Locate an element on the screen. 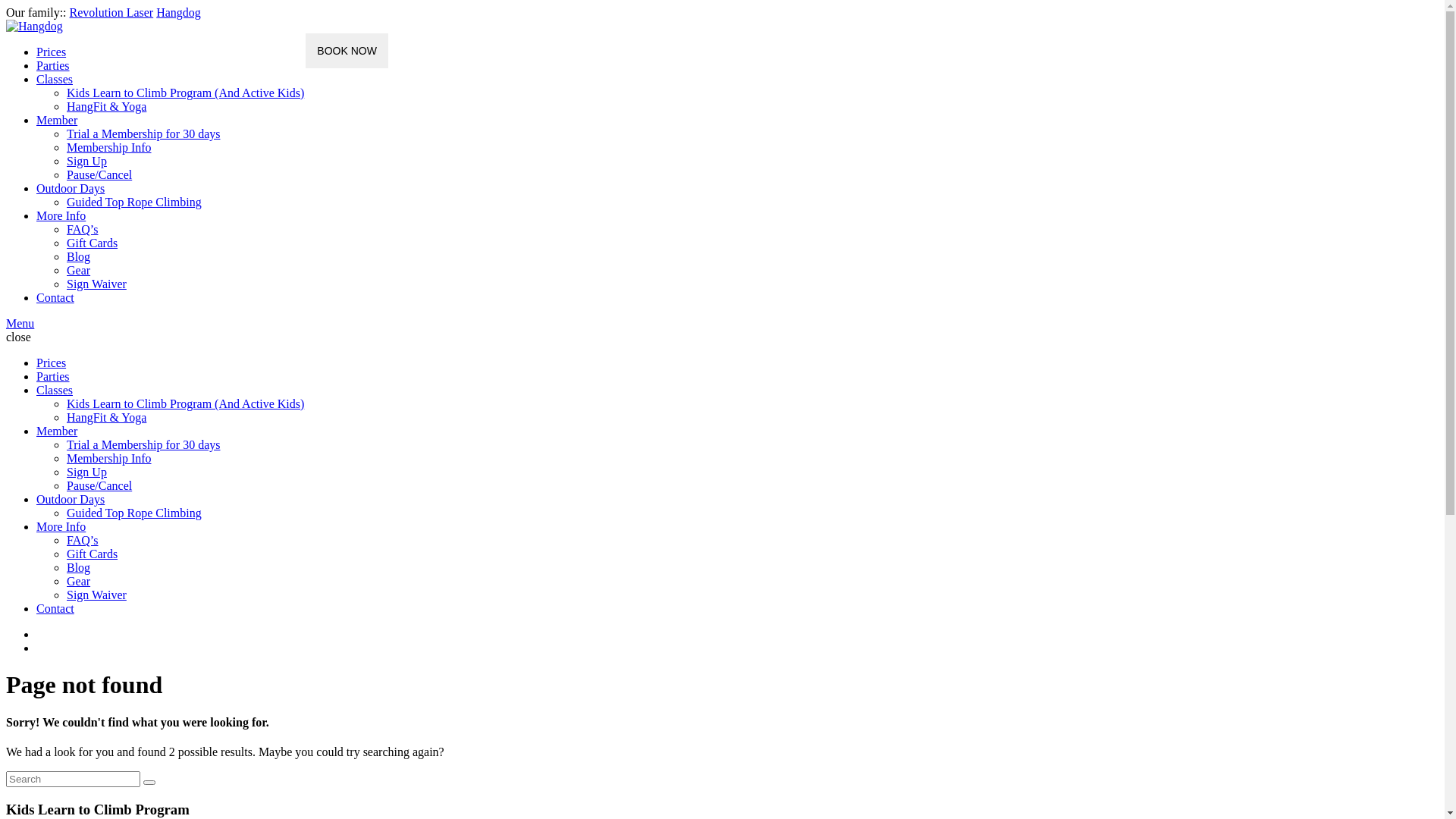 This screenshot has height=819, width=1456. 'More Info' is located at coordinates (61, 526).